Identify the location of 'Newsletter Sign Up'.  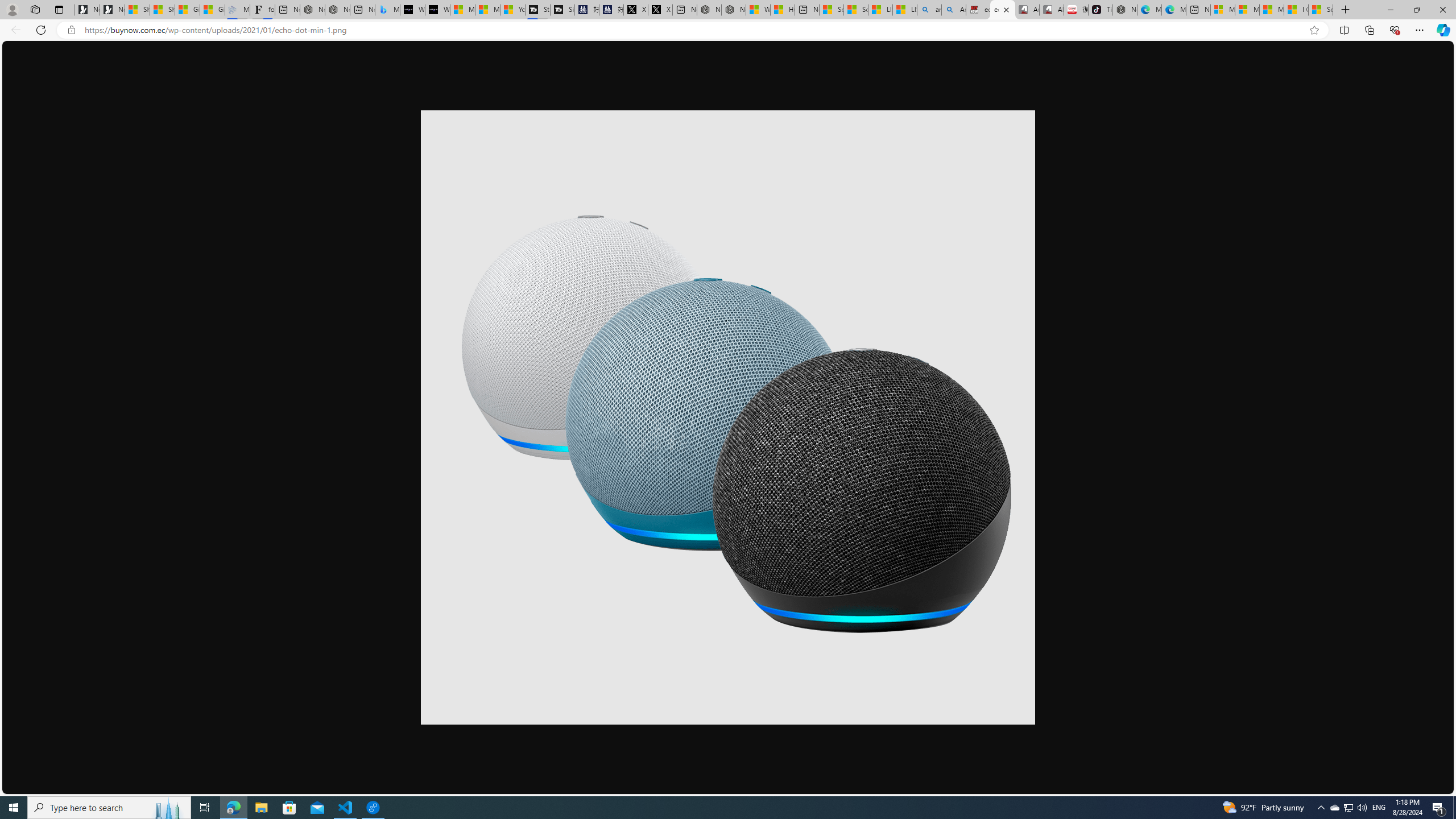
(111, 9).